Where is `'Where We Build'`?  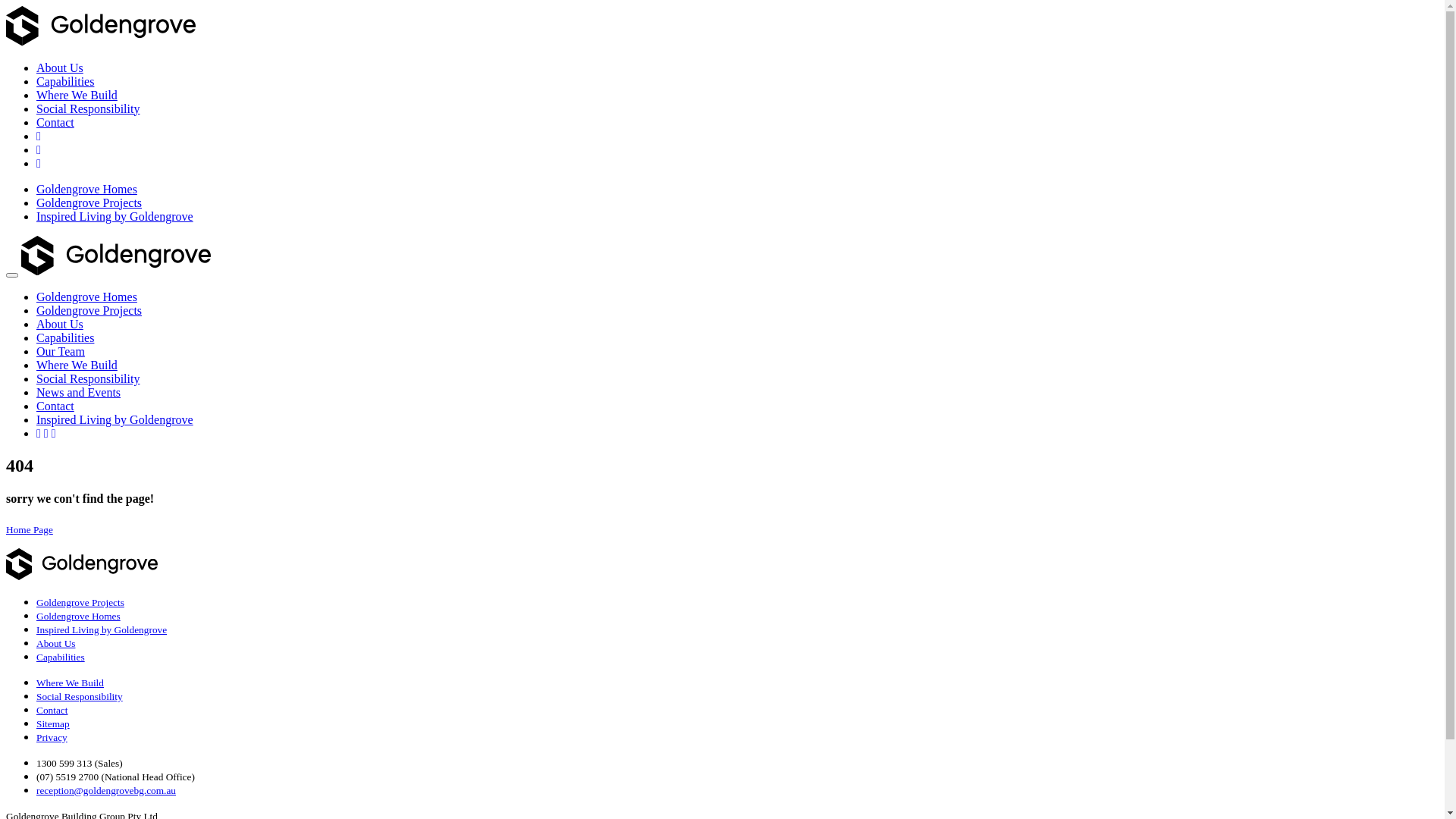 'Where We Build' is located at coordinates (76, 365).